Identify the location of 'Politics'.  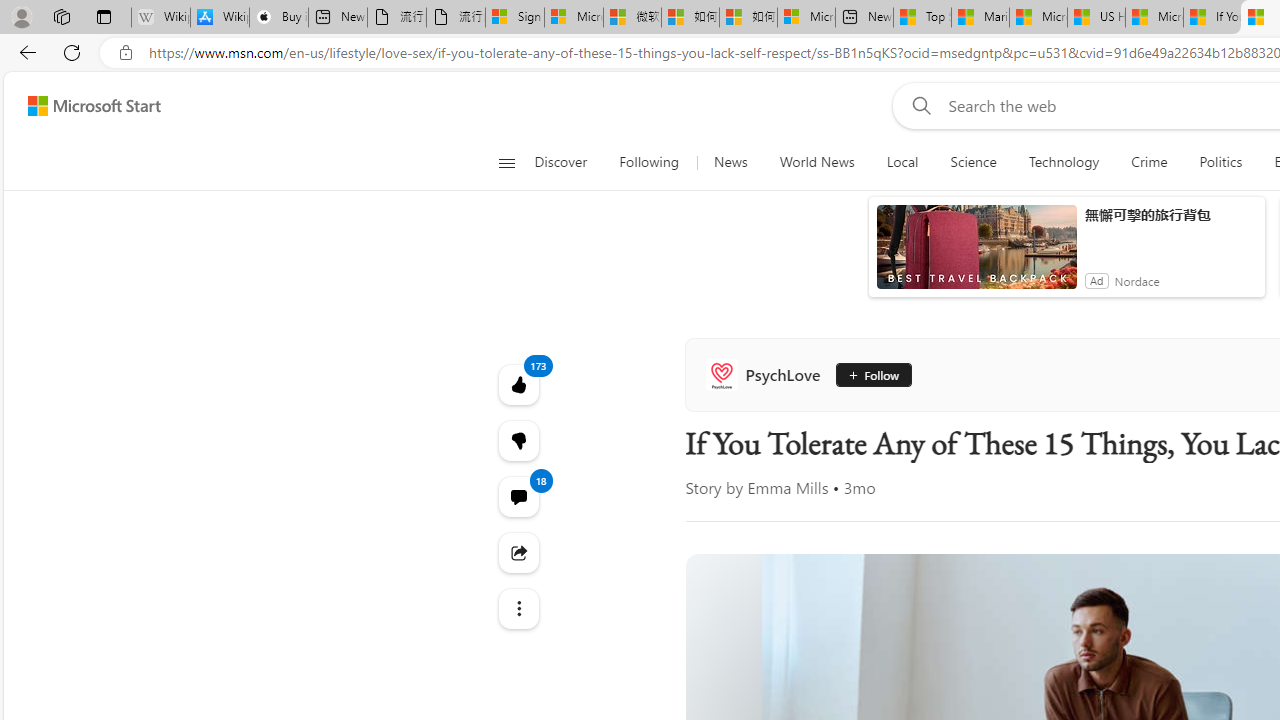
(1220, 162).